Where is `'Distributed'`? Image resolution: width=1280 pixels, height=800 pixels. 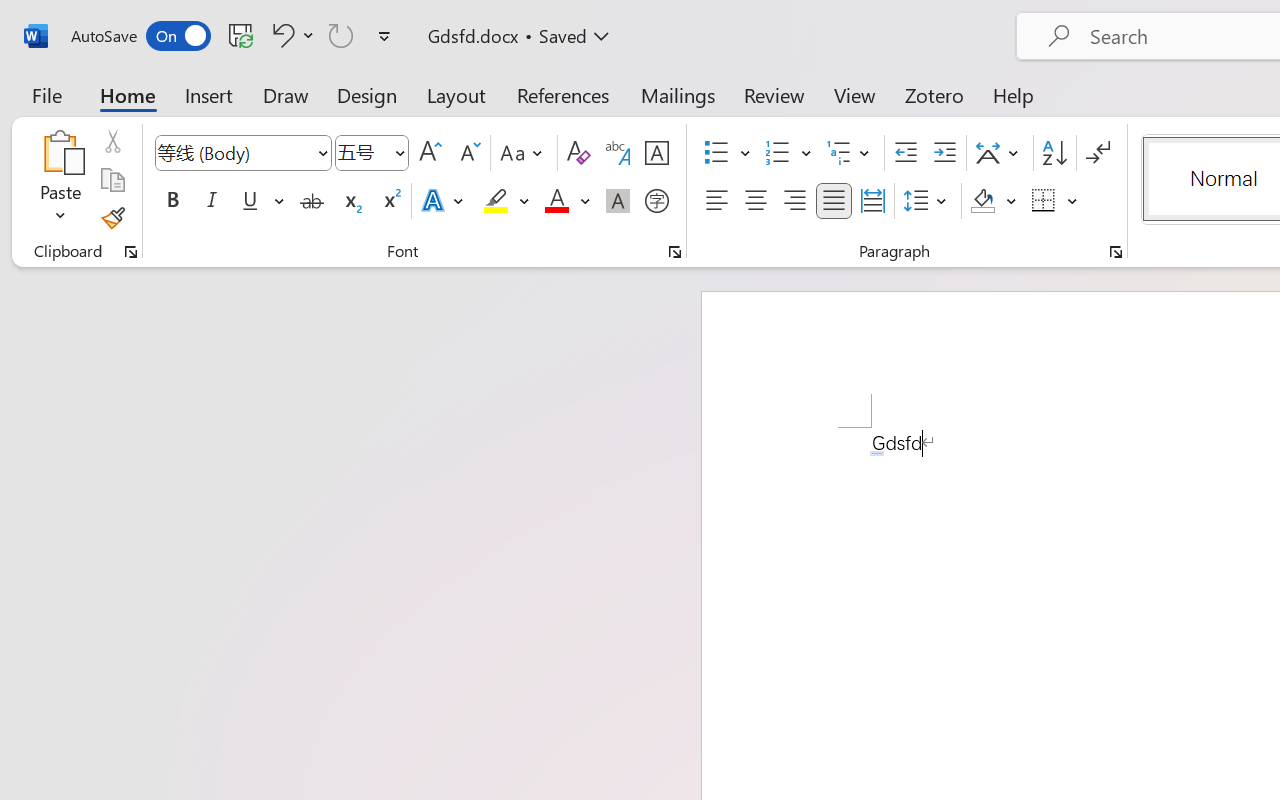 'Distributed' is located at coordinates (872, 201).